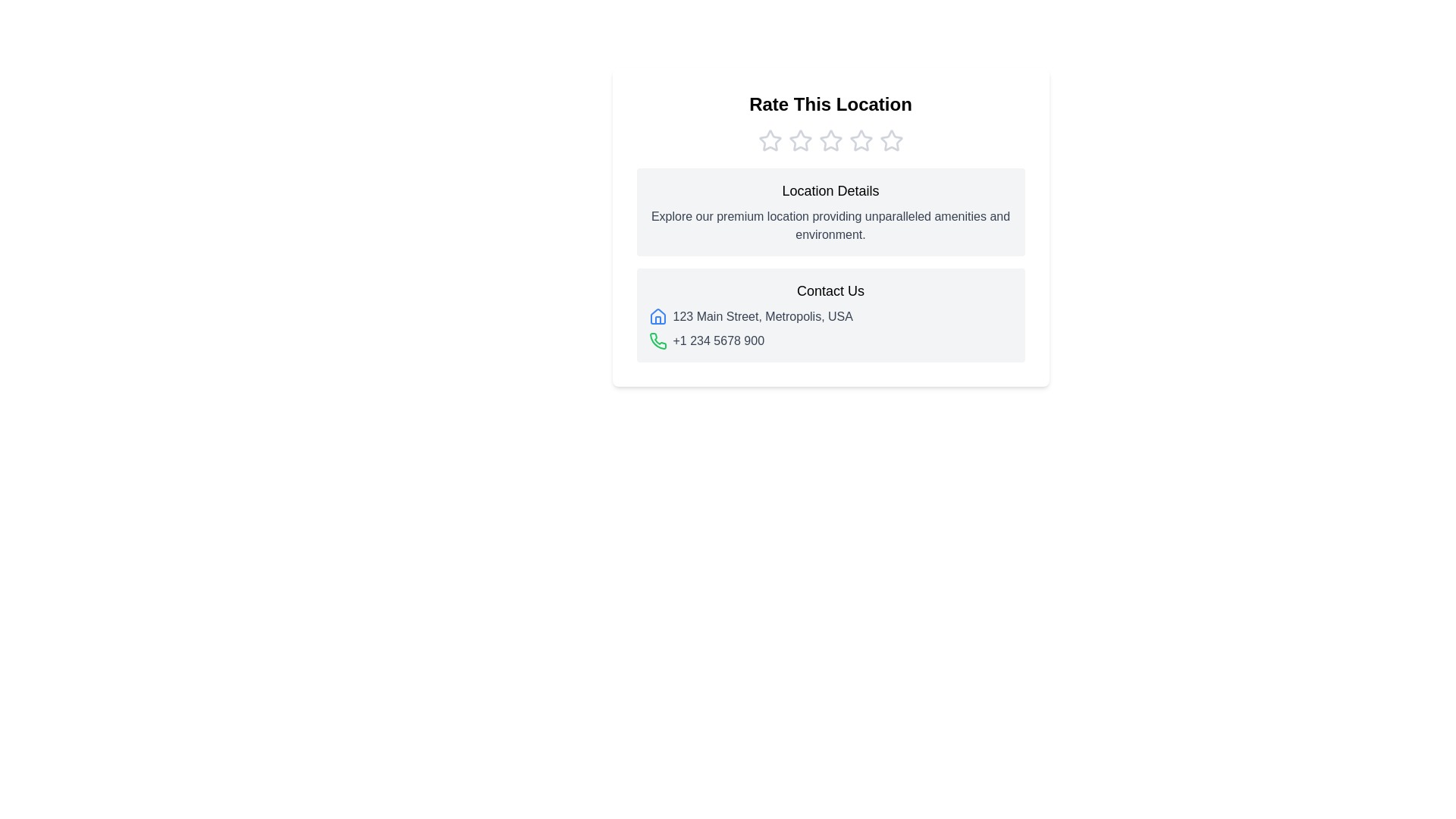 This screenshot has height=819, width=1456. I want to click on keyboard navigation, so click(891, 140).